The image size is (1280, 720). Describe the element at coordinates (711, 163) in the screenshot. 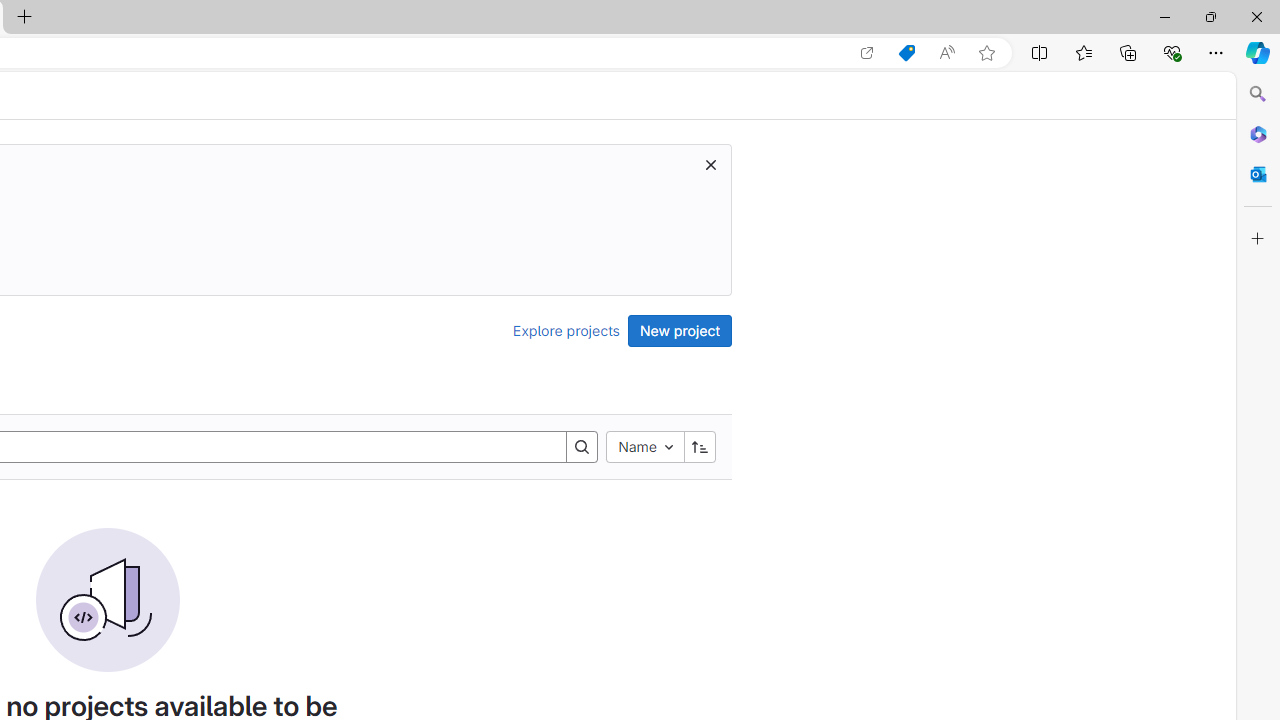

I see `'Dismiss trial promotion'` at that location.